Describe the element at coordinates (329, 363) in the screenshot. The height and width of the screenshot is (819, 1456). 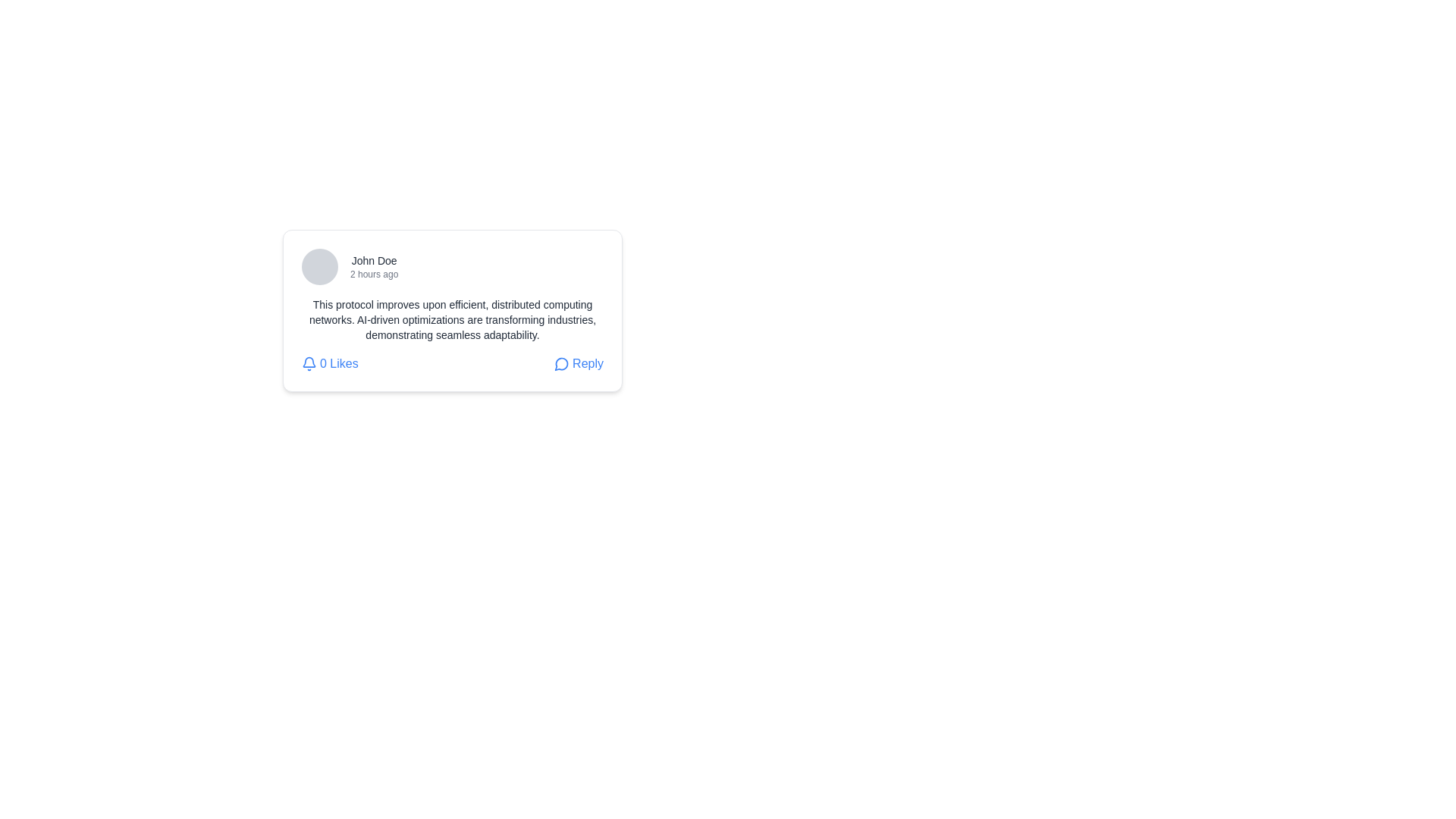
I see `the interactive text label that displays '0 Likes' with a bell icon to register a like` at that location.